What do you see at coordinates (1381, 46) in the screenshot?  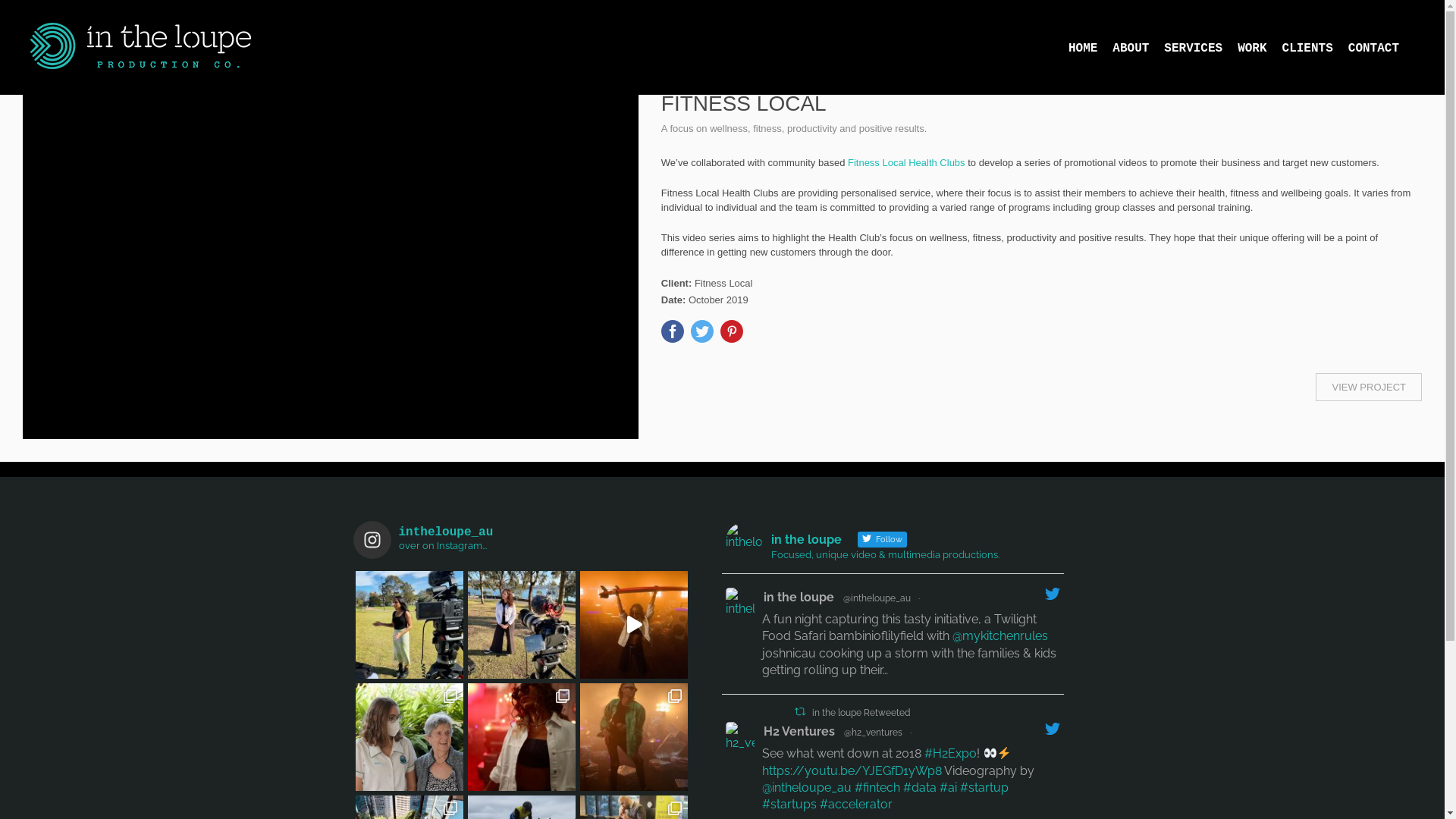 I see `'CONTACT'` at bounding box center [1381, 46].